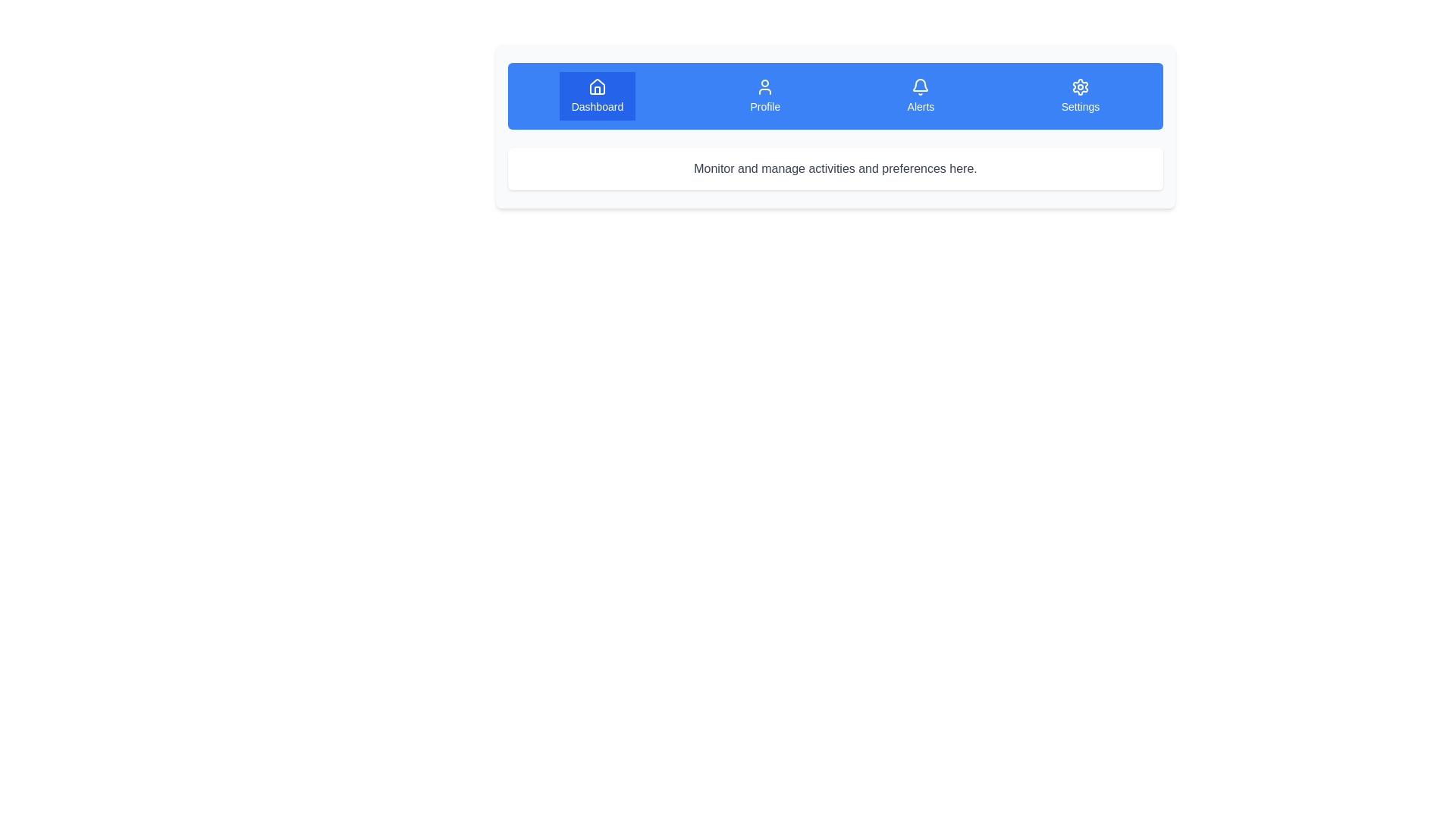 The height and width of the screenshot is (819, 1456). Describe the element at coordinates (920, 87) in the screenshot. I see `the bell icon representing notifications located in the top-menu navigation bar under the 'Alerts' section` at that location.